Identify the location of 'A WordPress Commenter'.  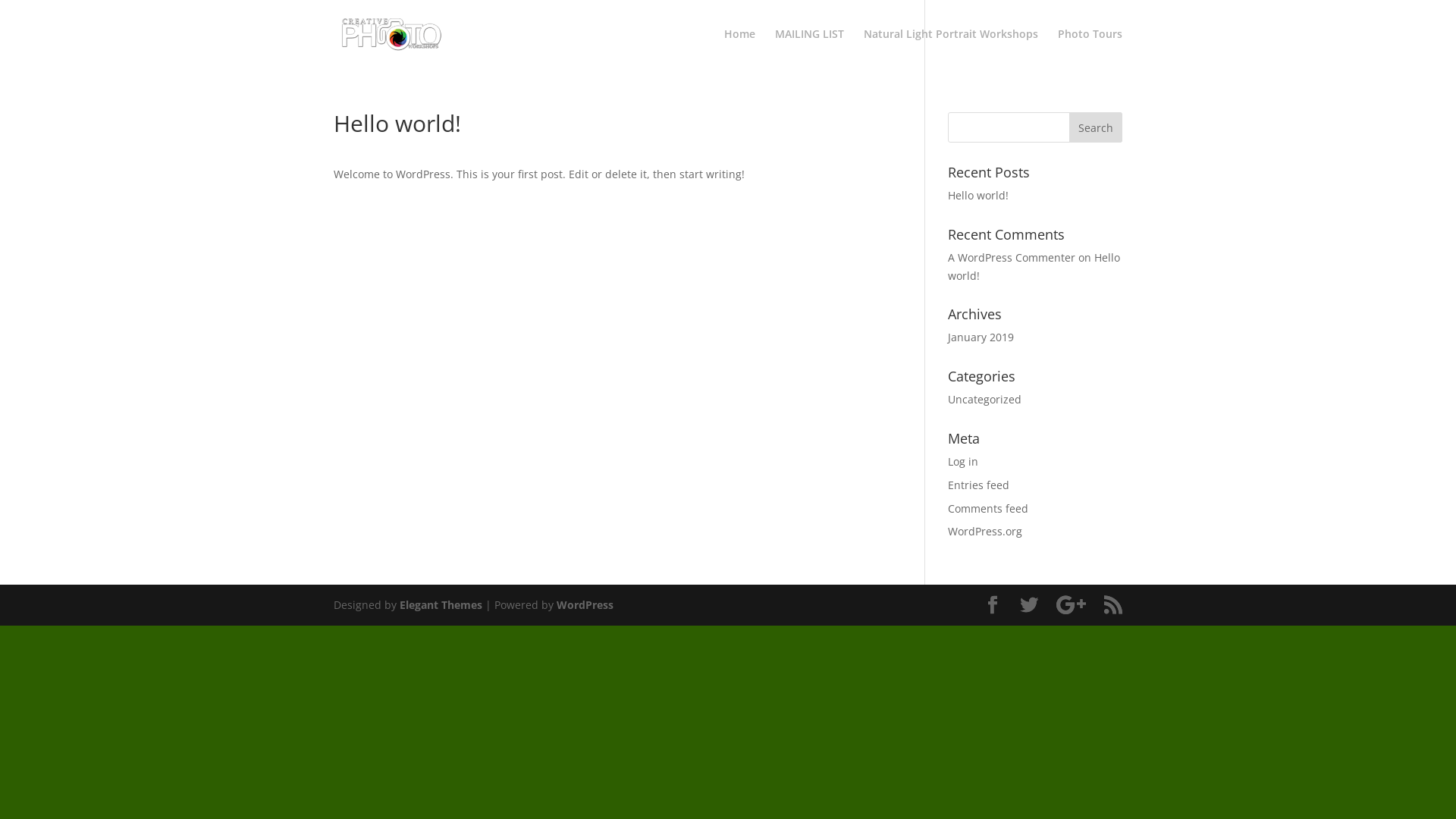
(1012, 256).